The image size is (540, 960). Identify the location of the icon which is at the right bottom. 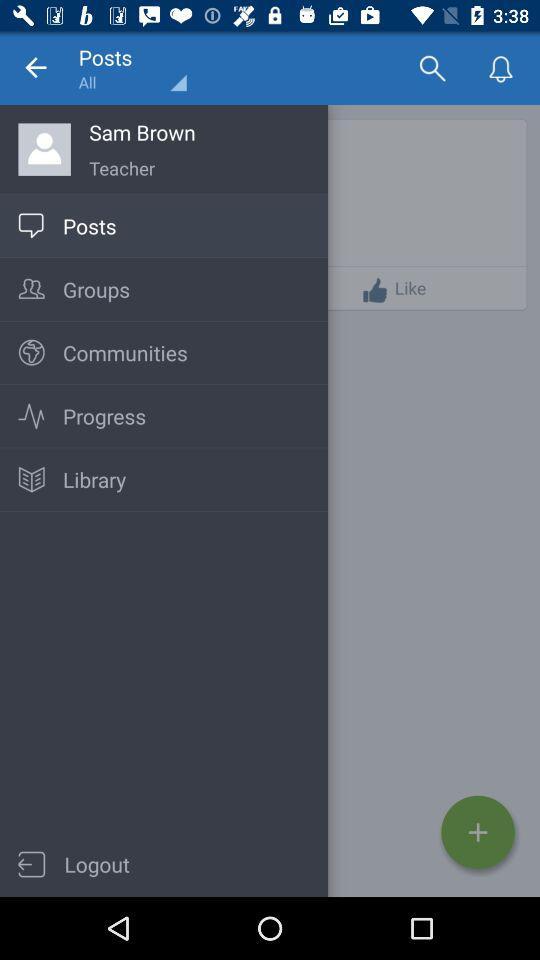
(477, 832).